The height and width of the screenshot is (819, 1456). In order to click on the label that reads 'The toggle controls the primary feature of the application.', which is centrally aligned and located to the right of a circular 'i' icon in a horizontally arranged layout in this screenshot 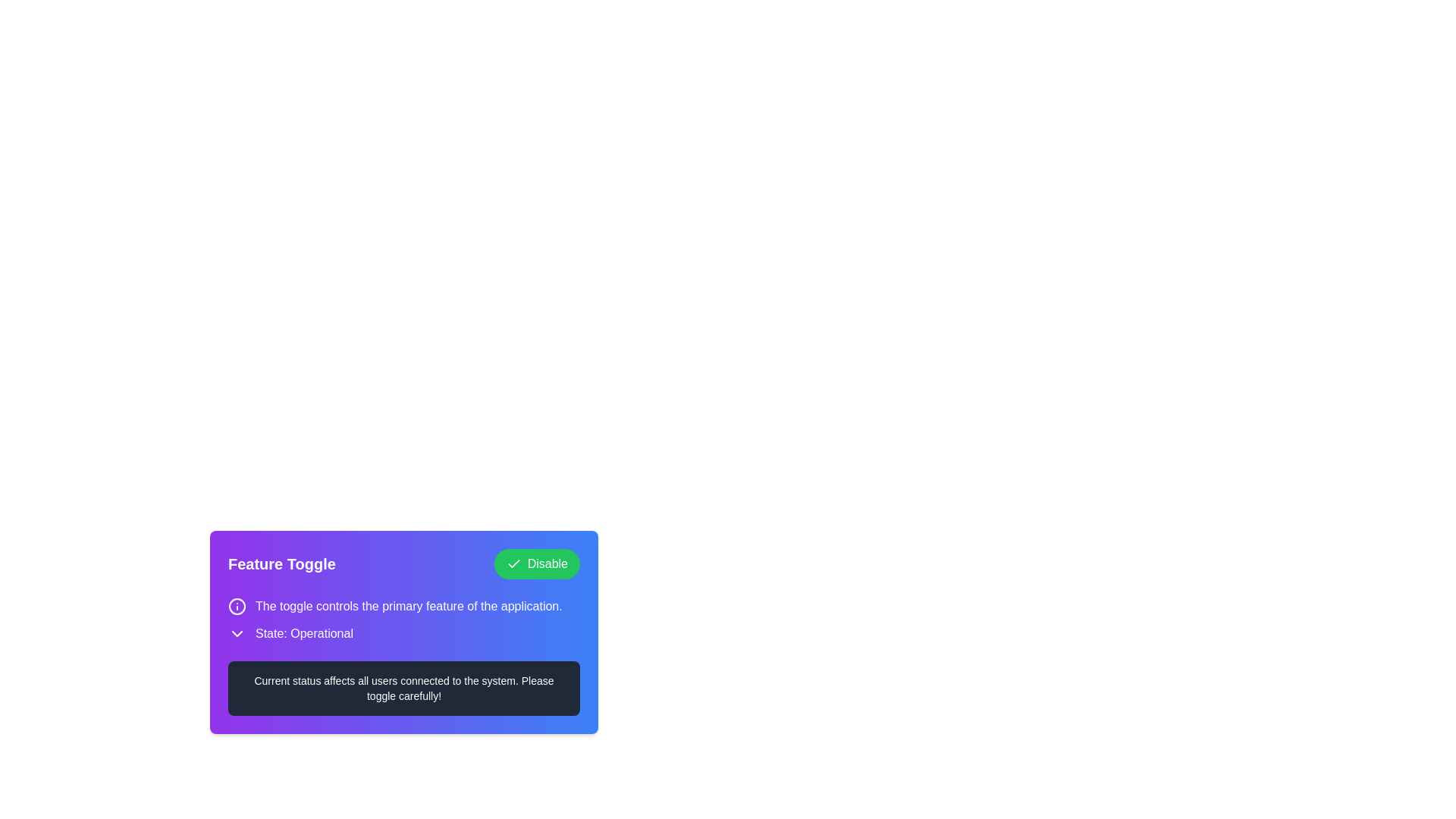, I will do `click(409, 605)`.